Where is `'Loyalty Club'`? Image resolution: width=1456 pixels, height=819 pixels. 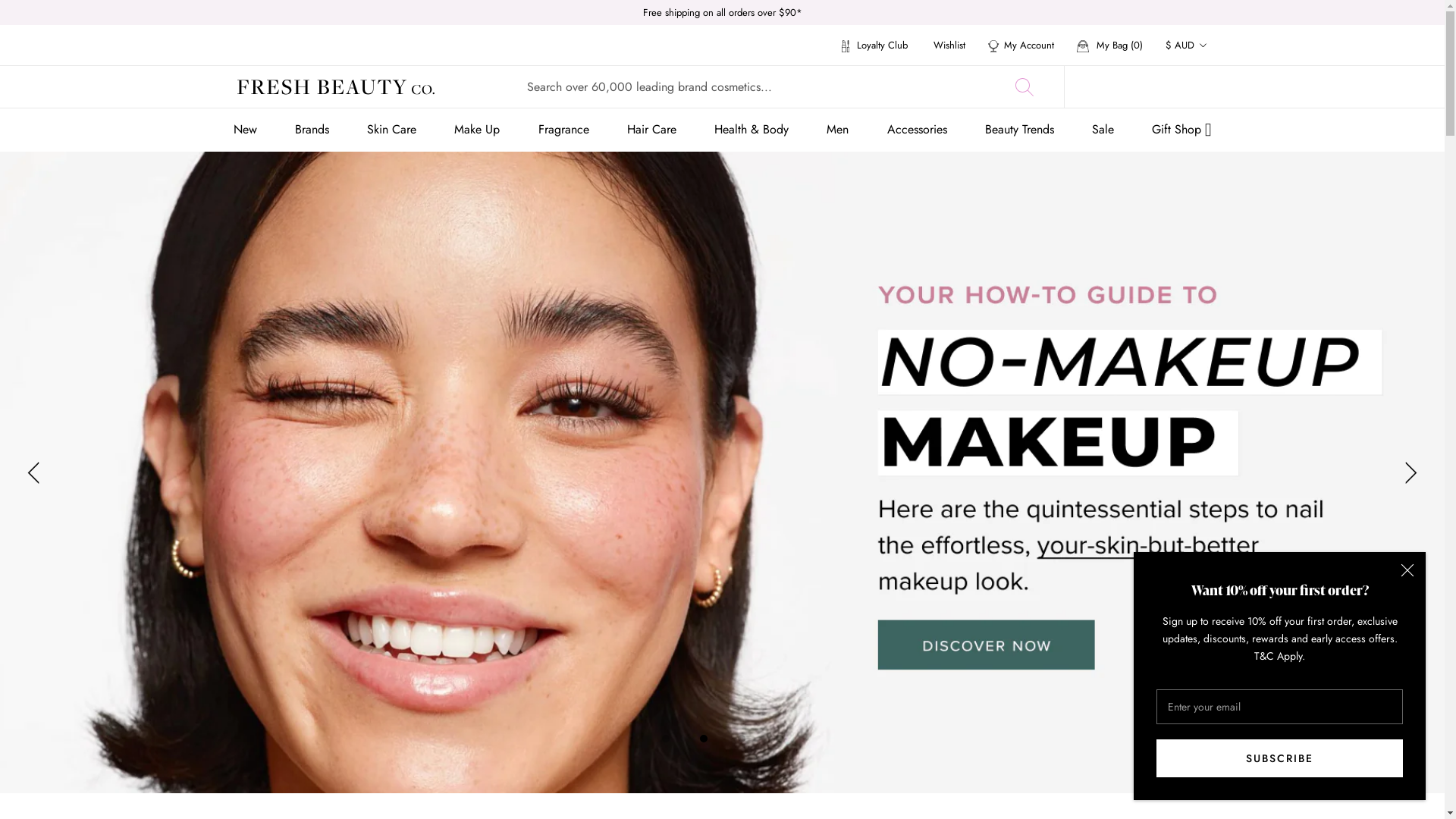 'Loyalty Club' is located at coordinates (874, 44).